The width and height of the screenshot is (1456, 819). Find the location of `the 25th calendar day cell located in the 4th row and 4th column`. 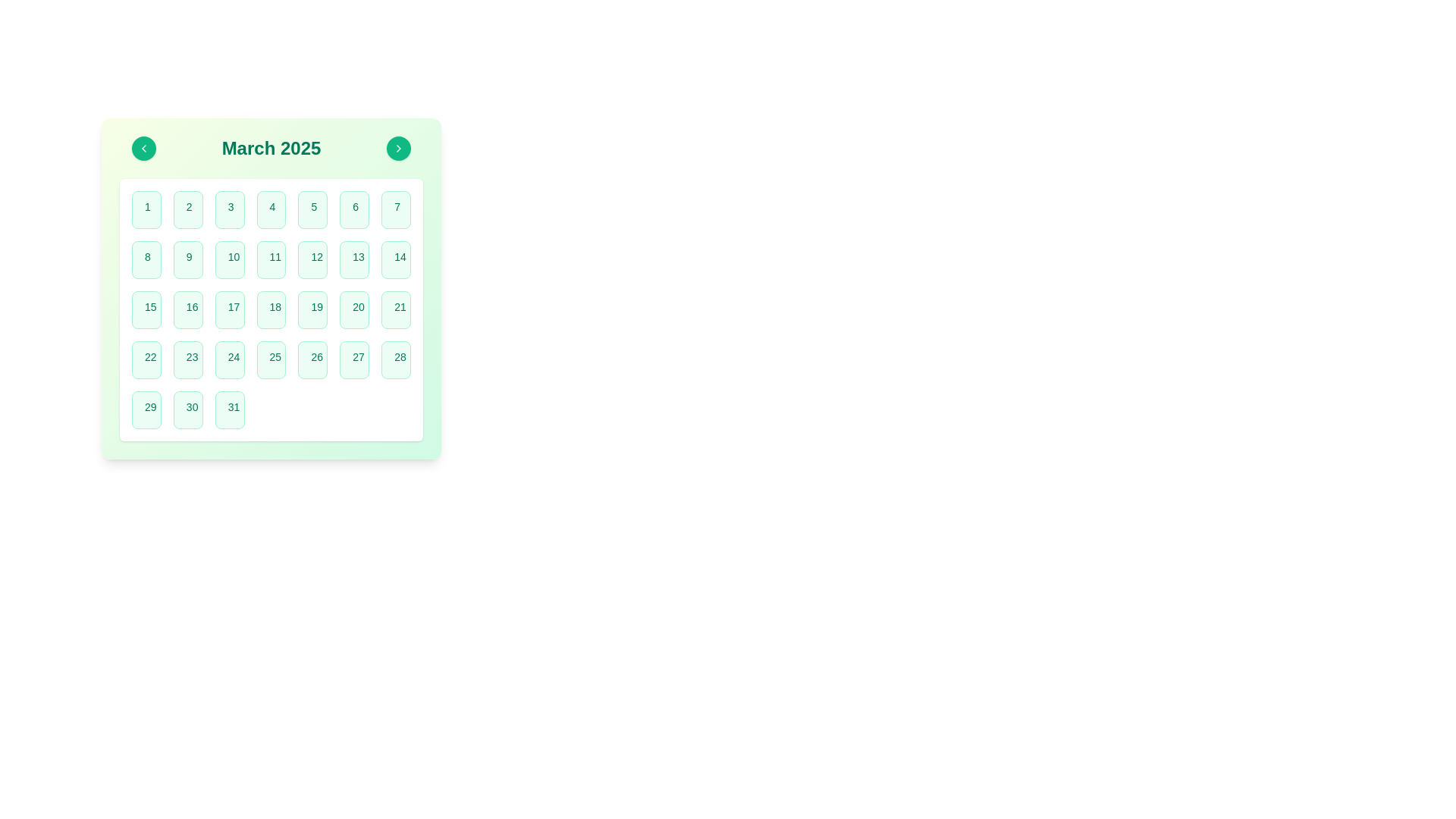

the 25th calendar day cell located in the 4th row and 4th column is located at coordinates (271, 359).